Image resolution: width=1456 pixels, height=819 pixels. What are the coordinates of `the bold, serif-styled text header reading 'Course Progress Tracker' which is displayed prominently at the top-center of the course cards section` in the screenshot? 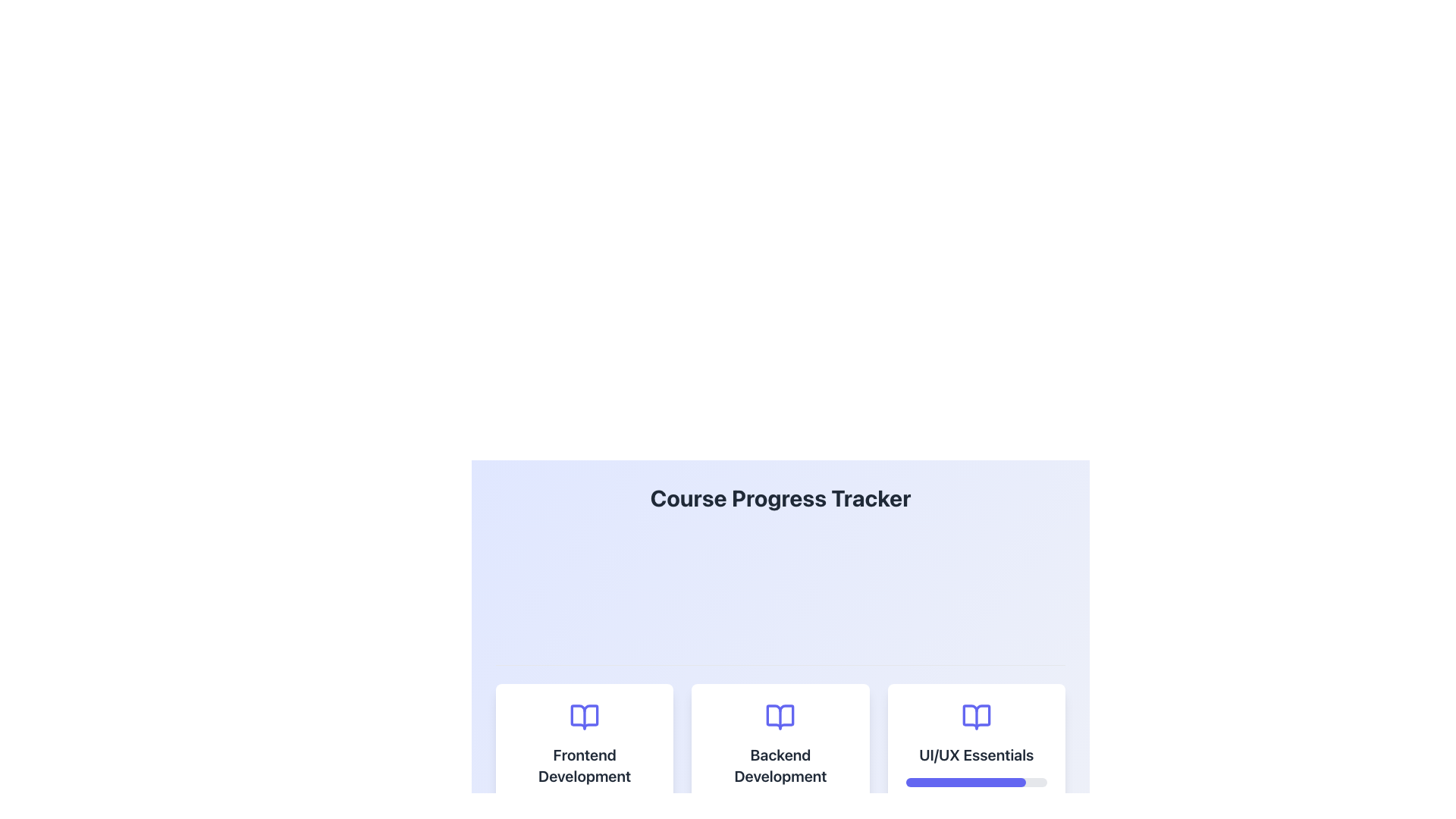 It's located at (780, 497).